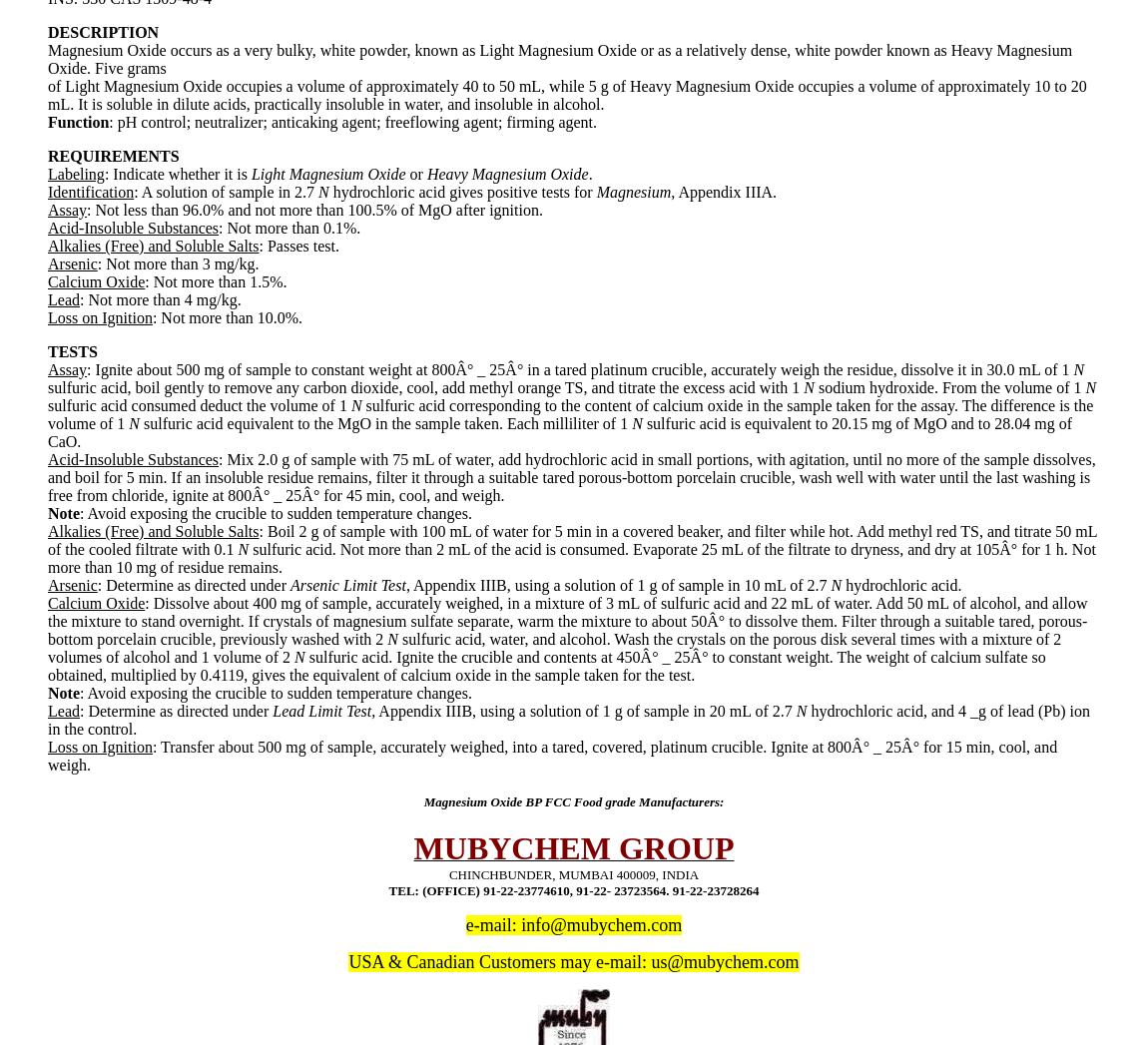 The image size is (1148, 1045). Describe the element at coordinates (567, 620) in the screenshot. I see `': Dissolve about 400 mg of sample, accurately weighed,  in a mixture of 3 mL of sulfuric acid and 22 mL of water. Add 50 mL of alcohol,  and allow the mixture to stand overnight. If crystals of magnesium sulfate  separate, warm the mixture to about 50Â° to dissolve them. Filter through a  suitable tared, porous-bottom porcelain crucible, previously washed with 2'` at that location.